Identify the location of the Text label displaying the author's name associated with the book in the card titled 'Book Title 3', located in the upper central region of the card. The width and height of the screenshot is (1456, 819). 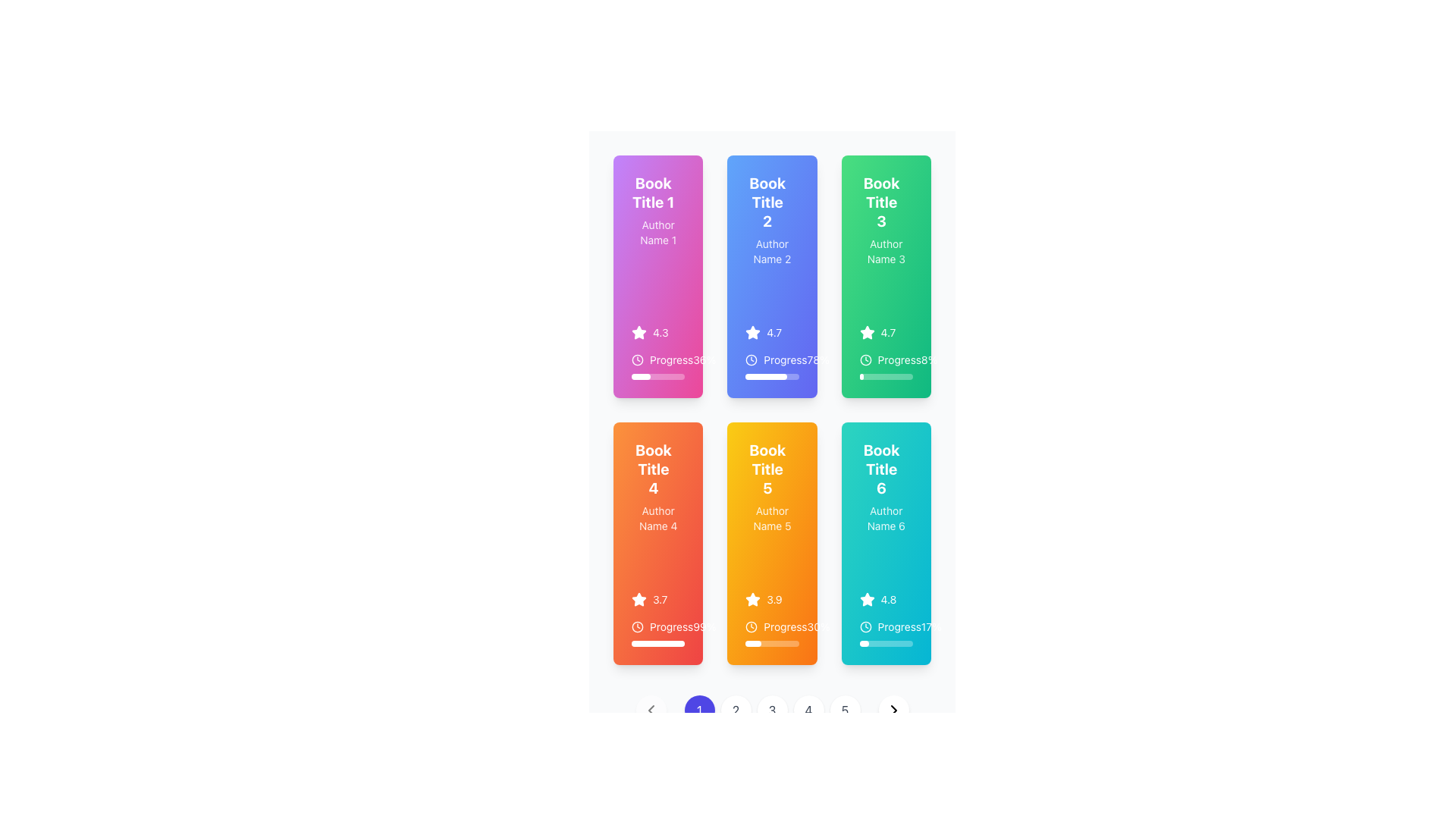
(886, 250).